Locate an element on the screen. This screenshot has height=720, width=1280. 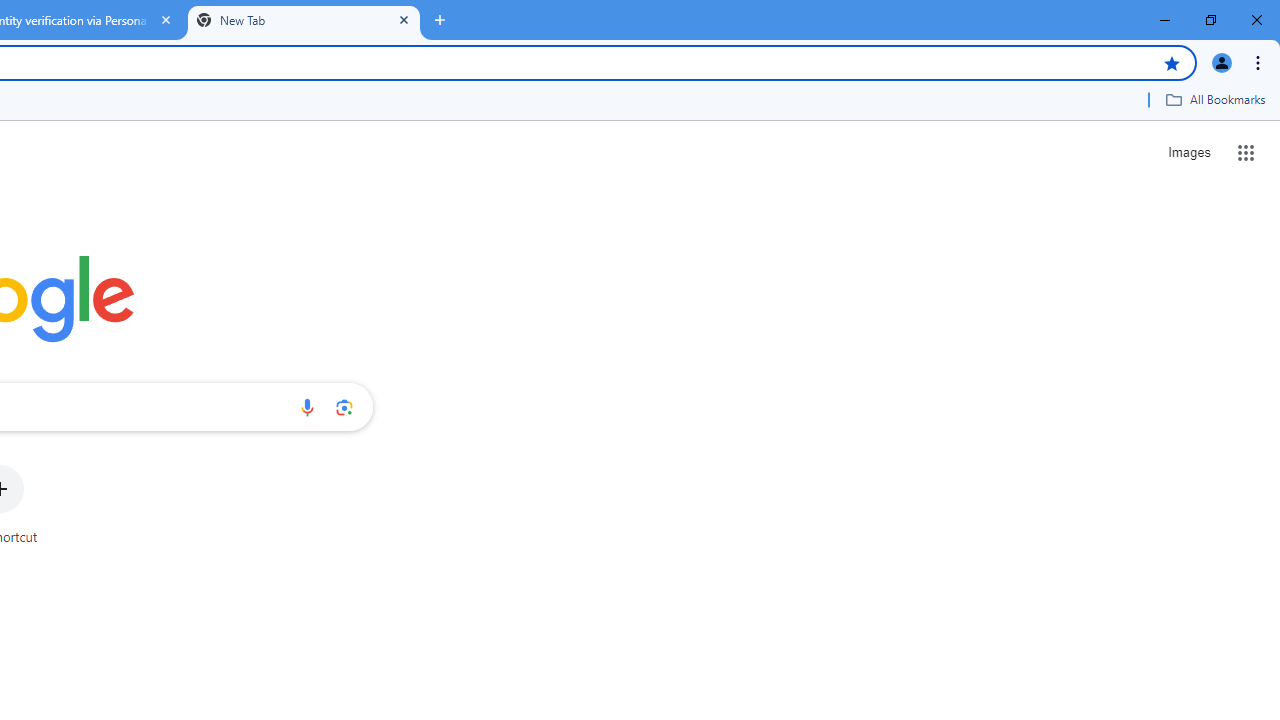
'Search by image' is located at coordinates (344, 406).